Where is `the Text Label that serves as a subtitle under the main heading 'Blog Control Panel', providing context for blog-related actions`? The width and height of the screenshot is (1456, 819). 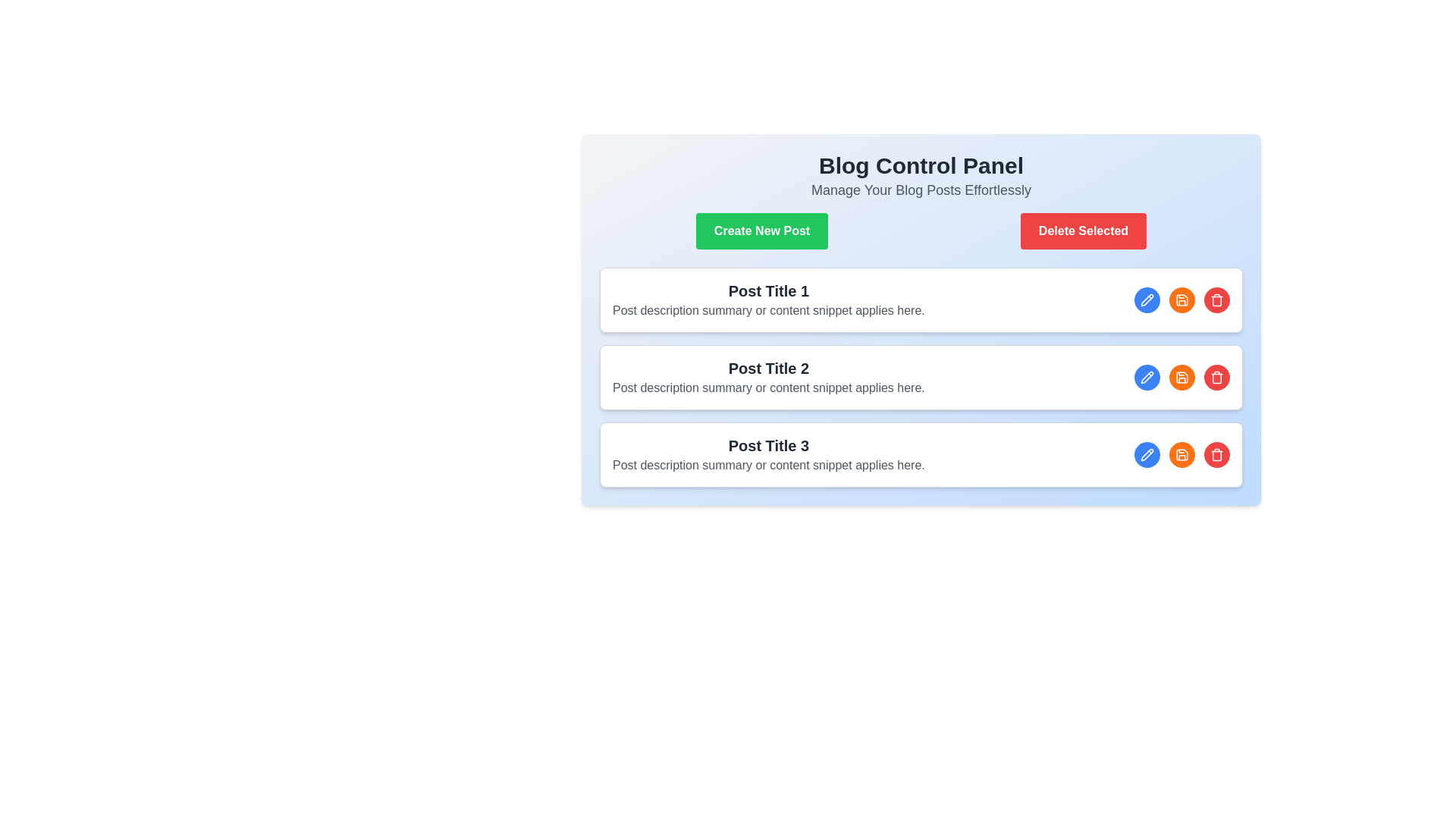
the Text Label that serves as a subtitle under the main heading 'Blog Control Panel', providing context for blog-related actions is located at coordinates (920, 189).